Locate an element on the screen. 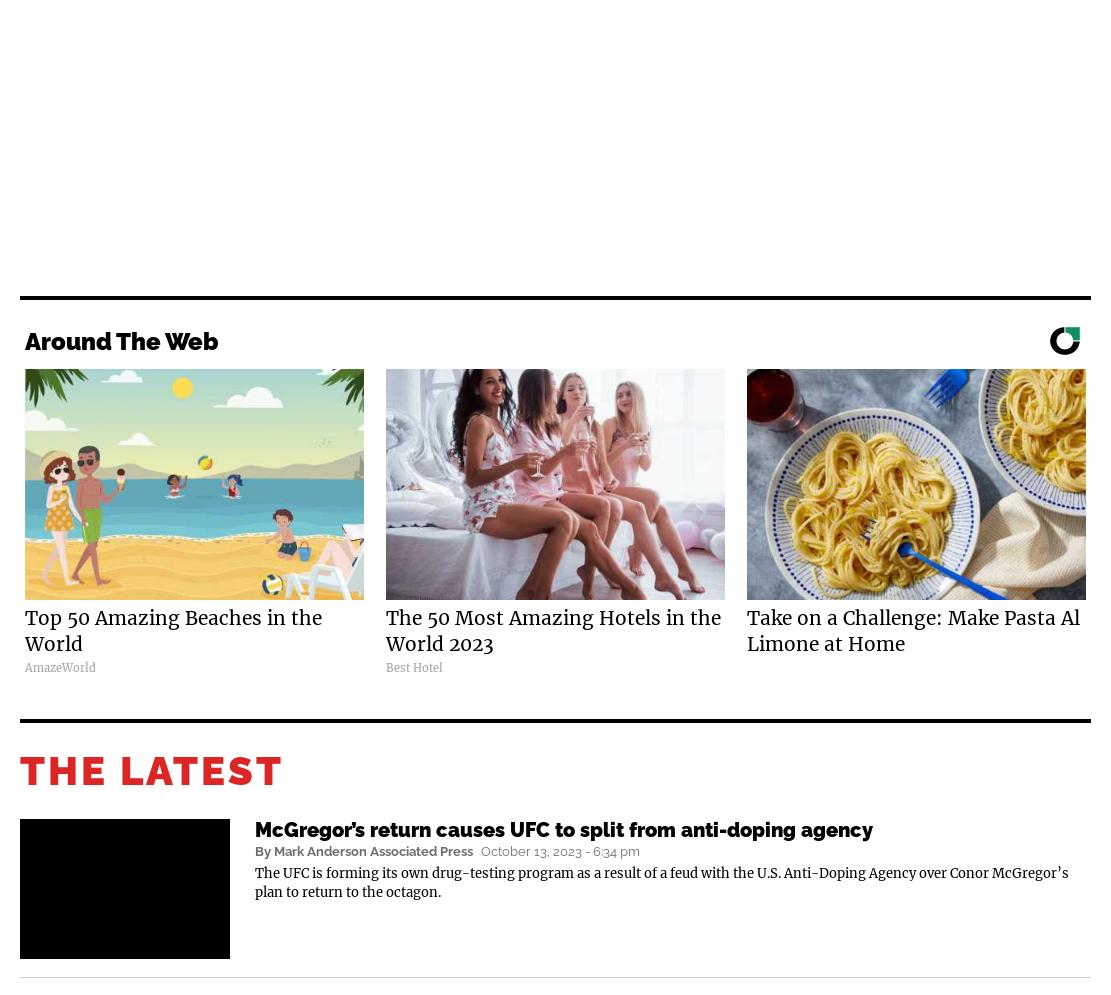 The height and width of the screenshot is (995, 1111). 'THE LATEST' is located at coordinates (151, 770).